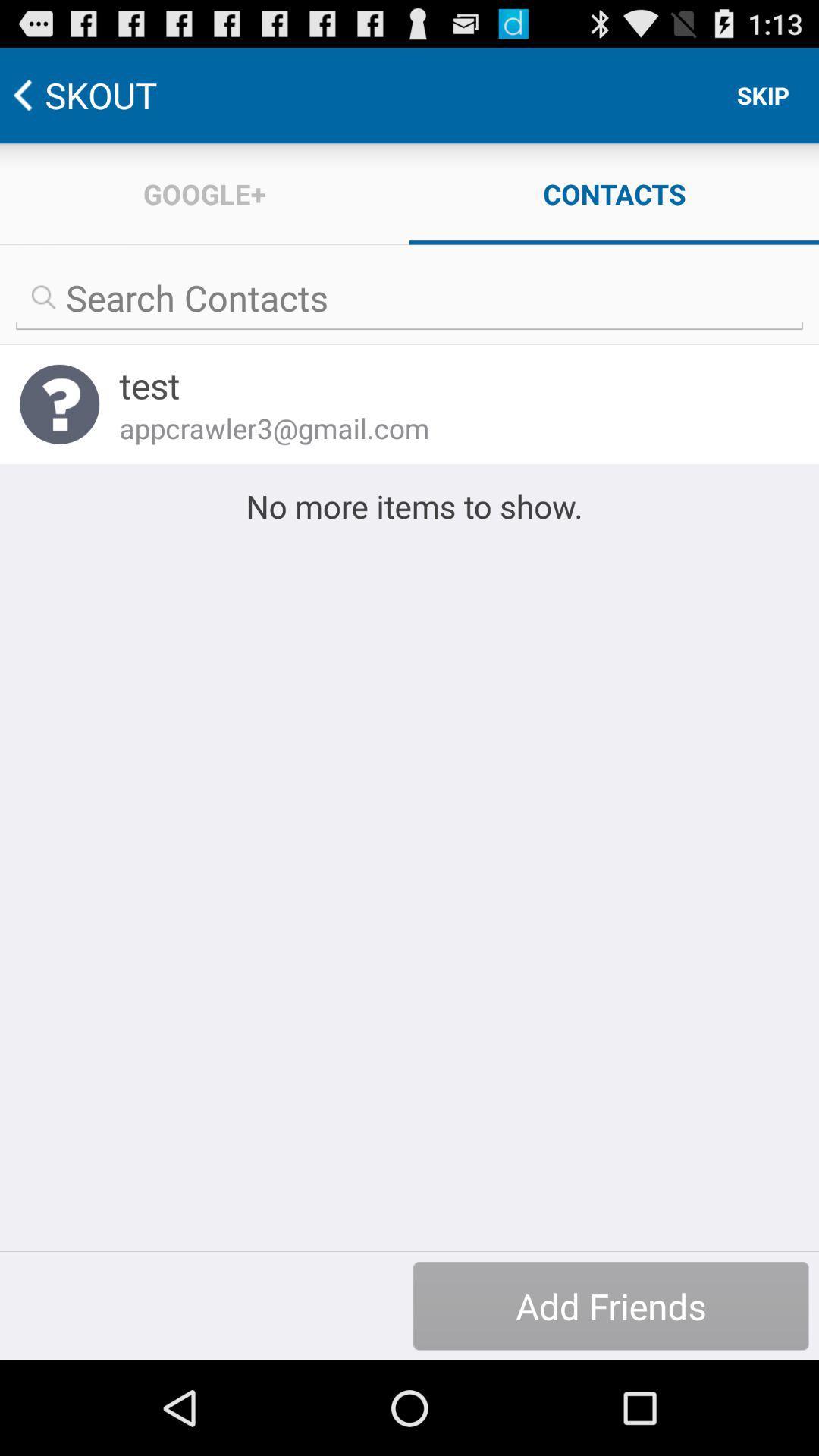 This screenshot has width=819, height=1456. I want to click on the no more items icon, so click(409, 506).